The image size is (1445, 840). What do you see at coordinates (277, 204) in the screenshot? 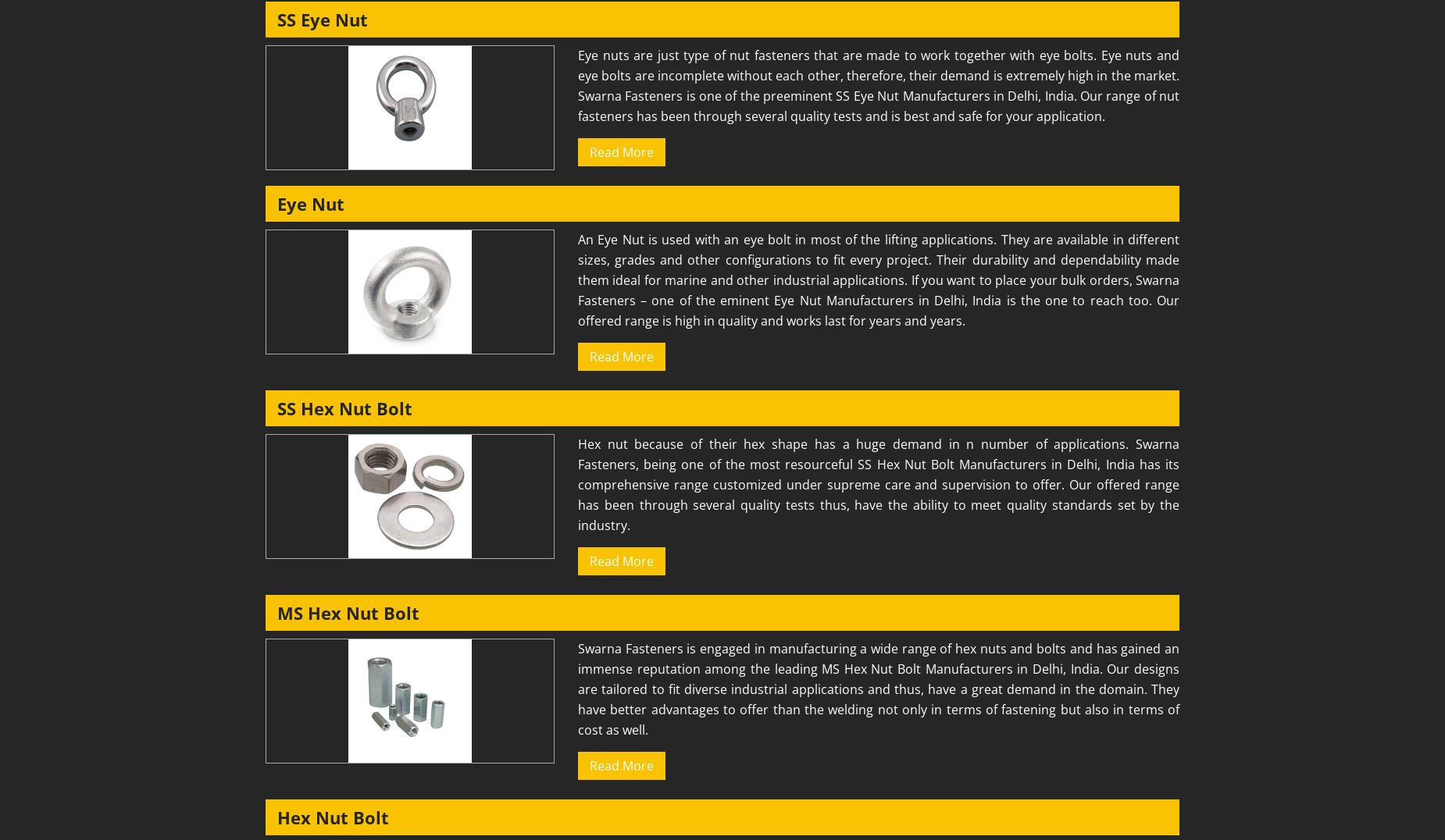
I see `'Eye Nut'` at bounding box center [277, 204].